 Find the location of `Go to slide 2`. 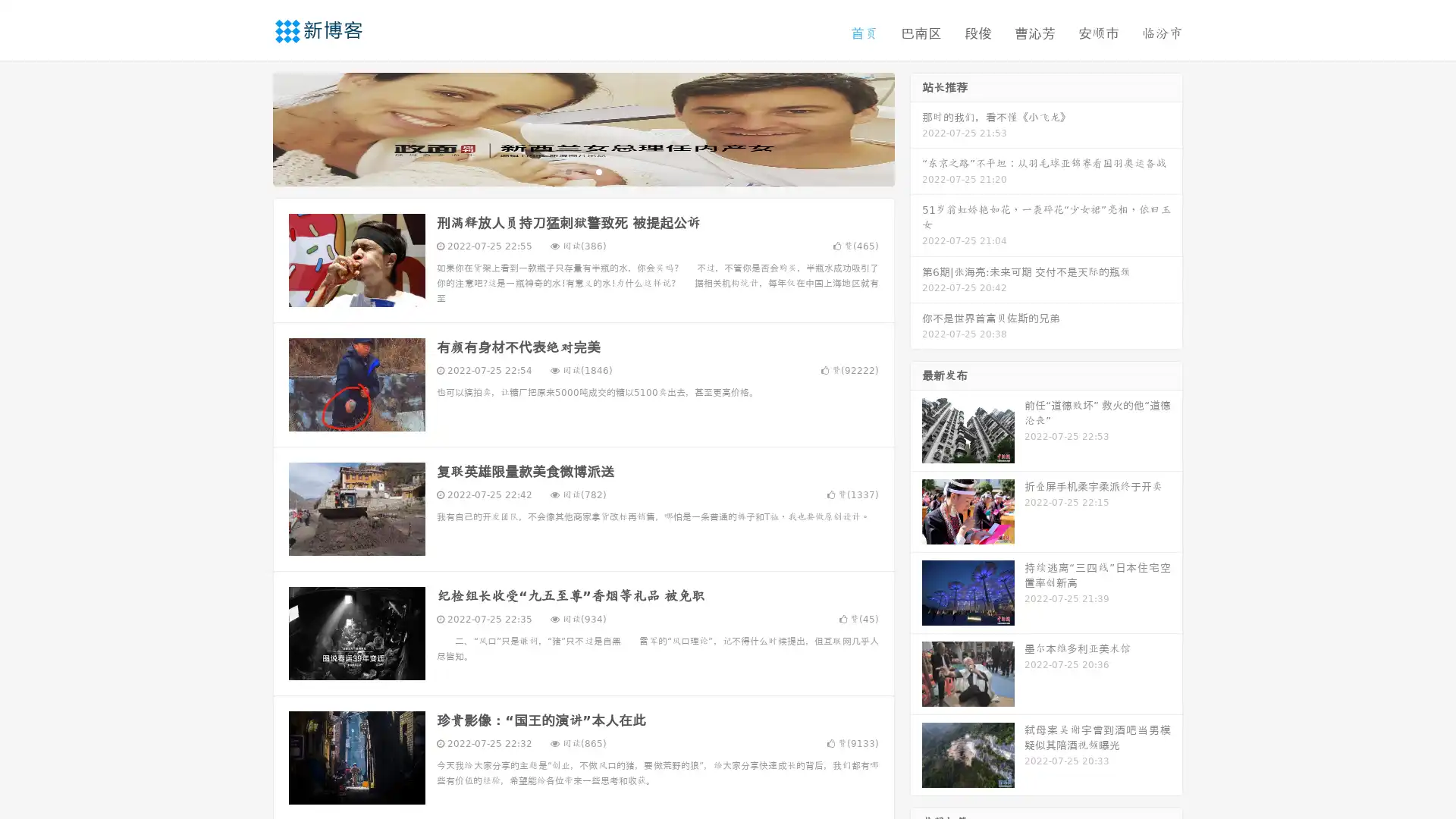

Go to slide 2 is located at coordinates (582, 171).